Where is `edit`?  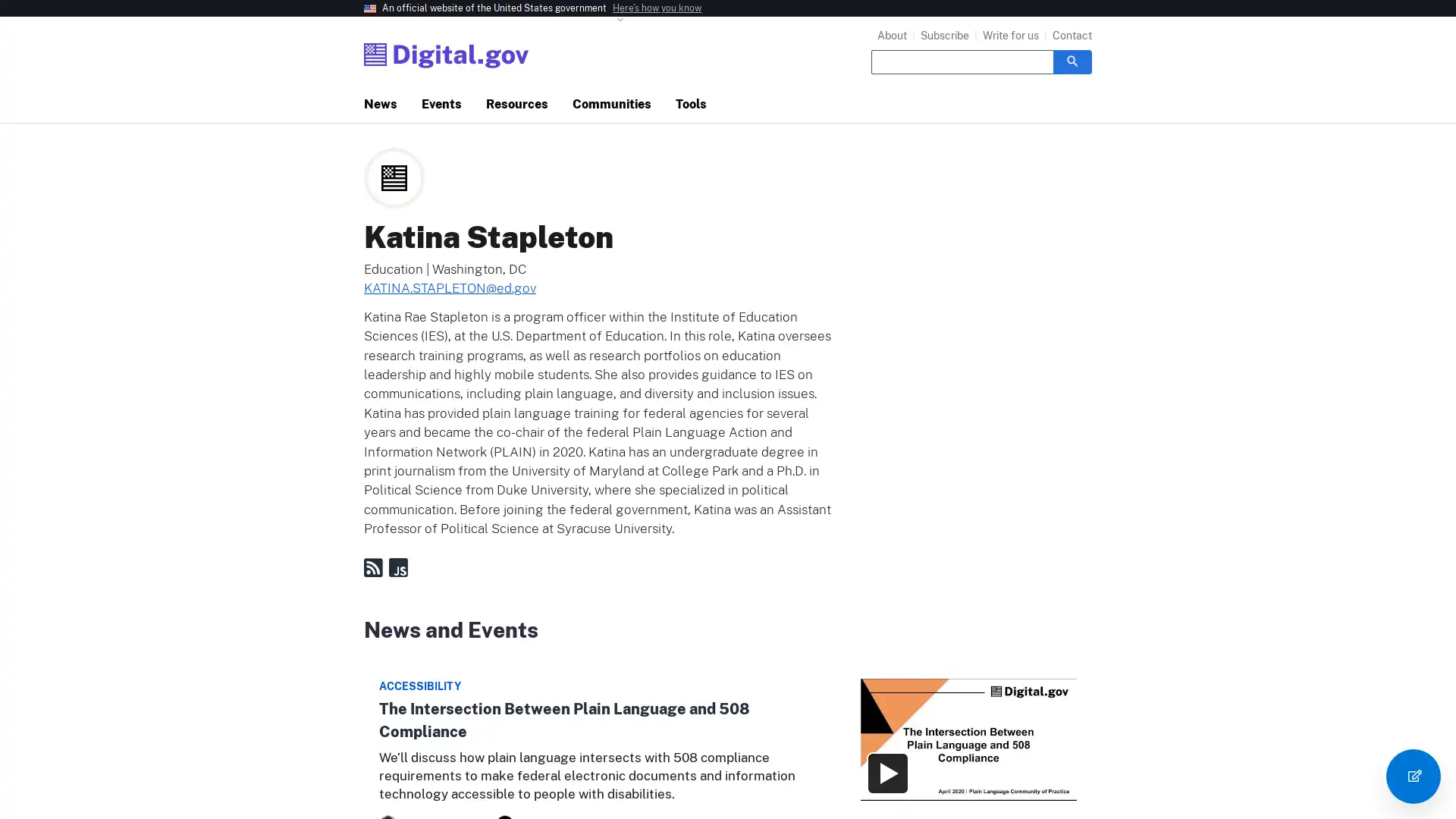
edit is located at coordinates (1412, 776).